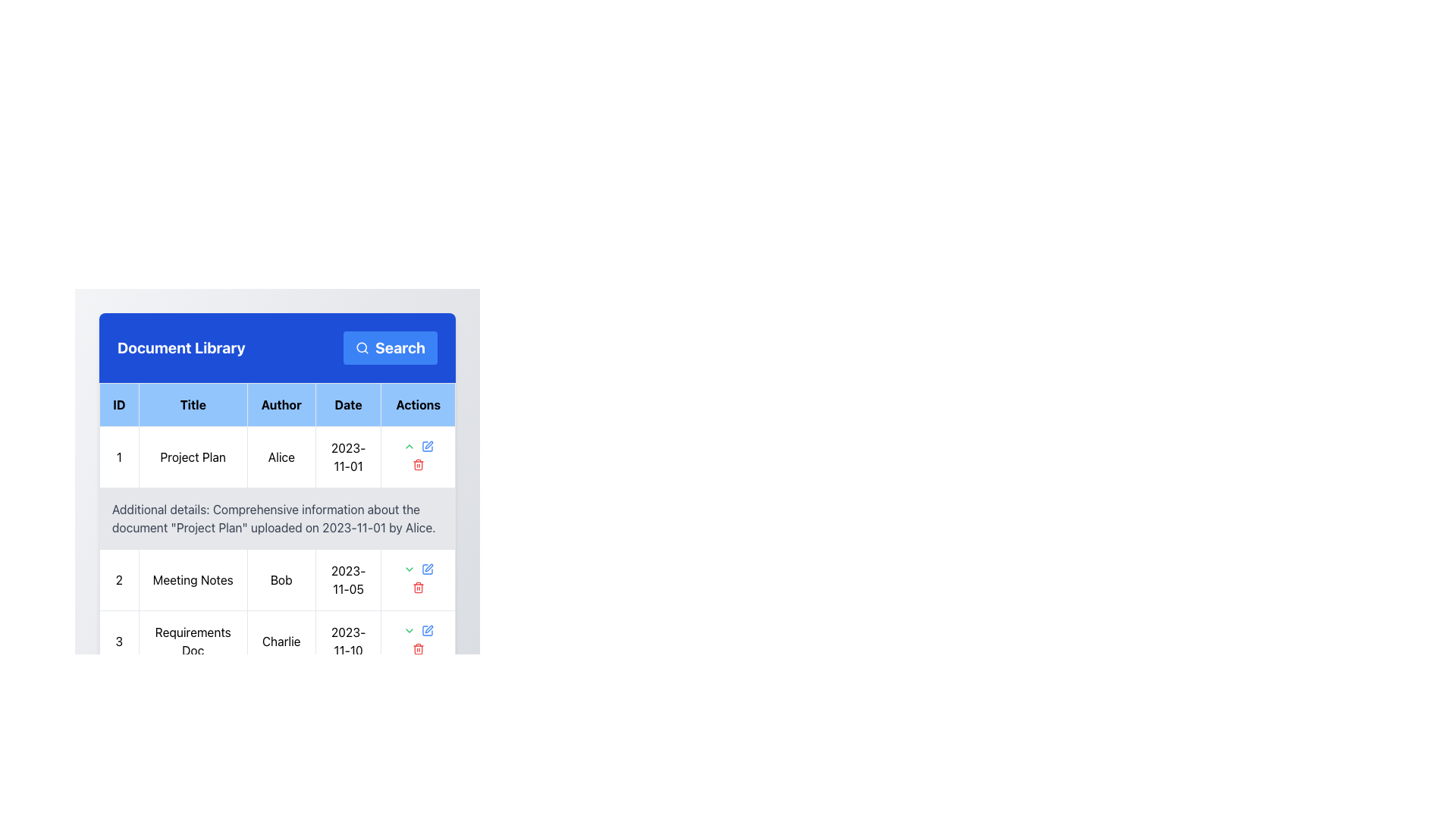 This screenshot has width=1456, height=819. I want to click on the 'Date' header label in the table, which is the fourth cell in the header row, positioned between 'Author' and 'Actions', so click(347, 403).